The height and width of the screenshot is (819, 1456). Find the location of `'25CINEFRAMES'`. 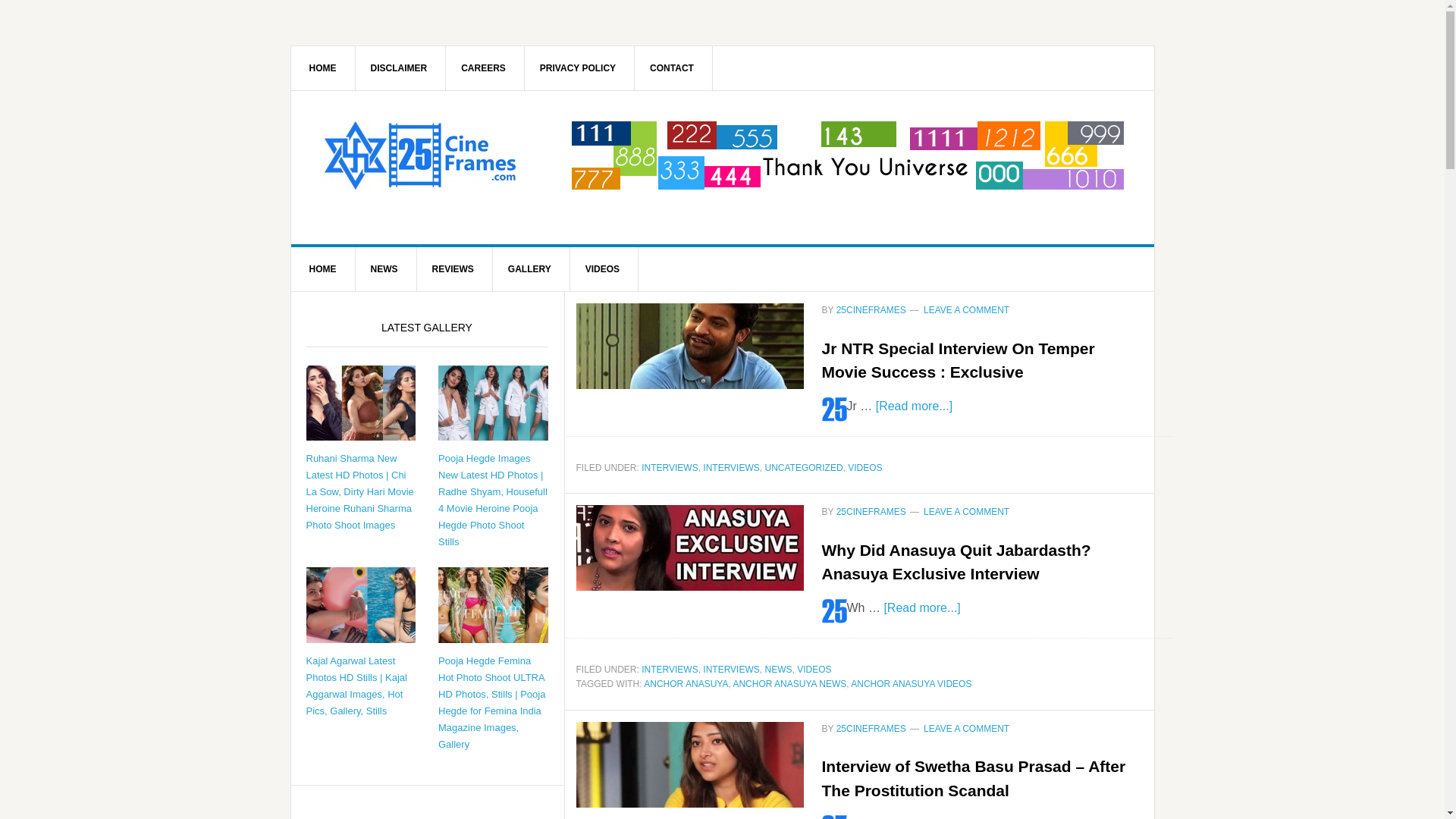

'25CINEFRAMES' is located at coordinates (871, 512).